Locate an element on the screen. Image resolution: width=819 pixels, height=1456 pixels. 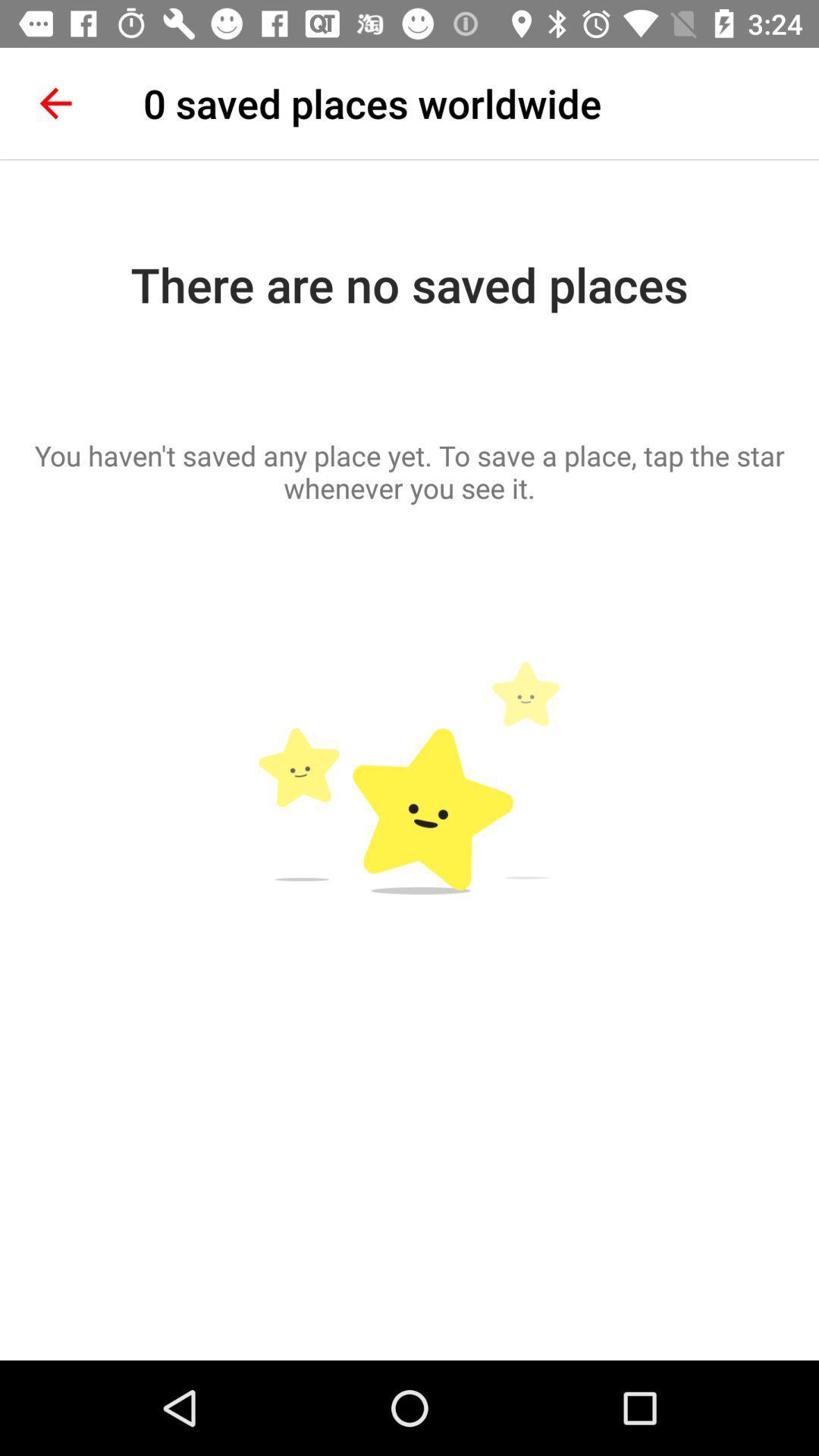
icon at the top left corner is located at coordinates (55, 102).